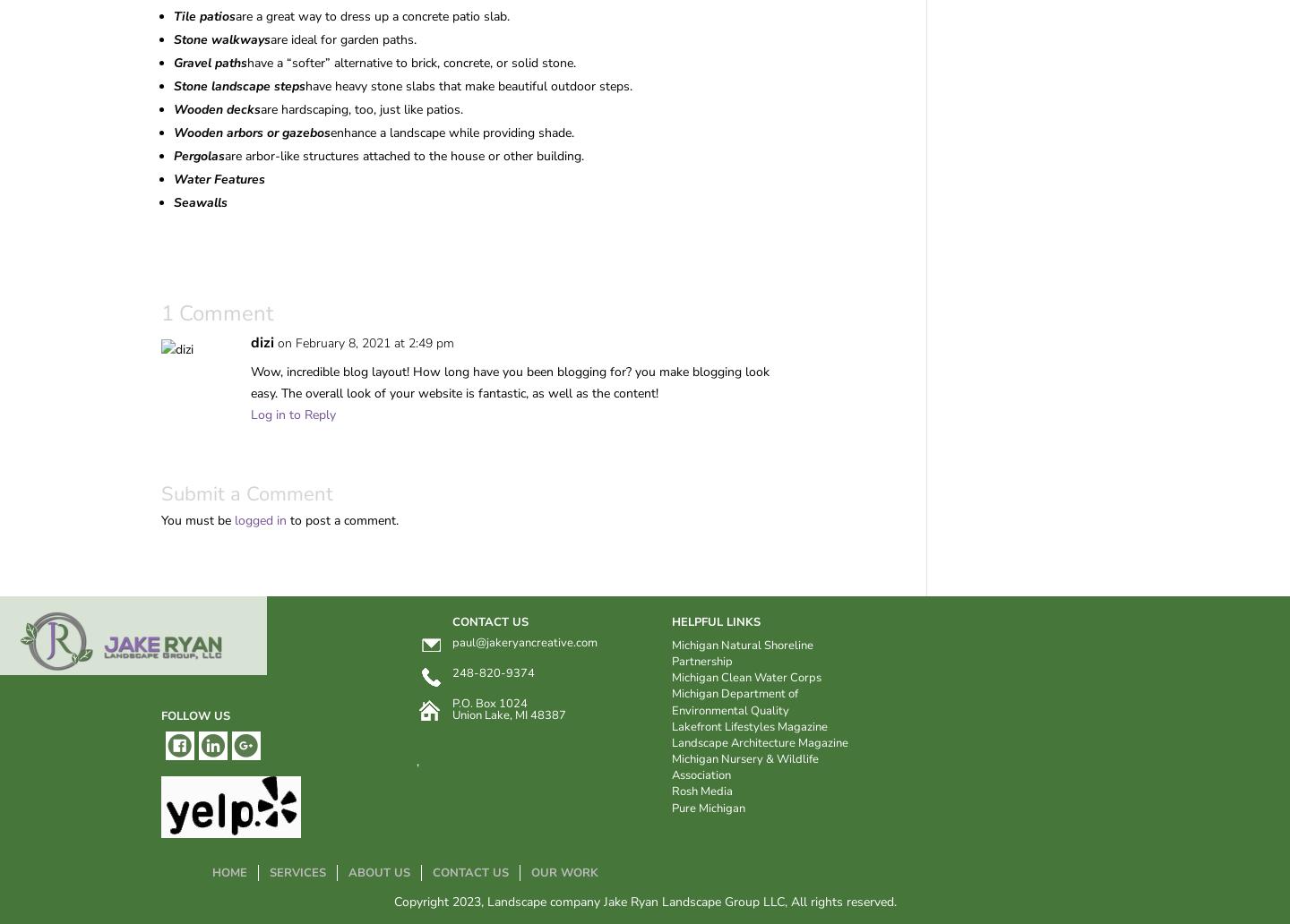 Image resolution: width=1290 pixels, height=924 pixels. What do you see at coordinates (669, 791) in the screenshot?
I see `'Rosh Media'` at bounding box center [669, 791].